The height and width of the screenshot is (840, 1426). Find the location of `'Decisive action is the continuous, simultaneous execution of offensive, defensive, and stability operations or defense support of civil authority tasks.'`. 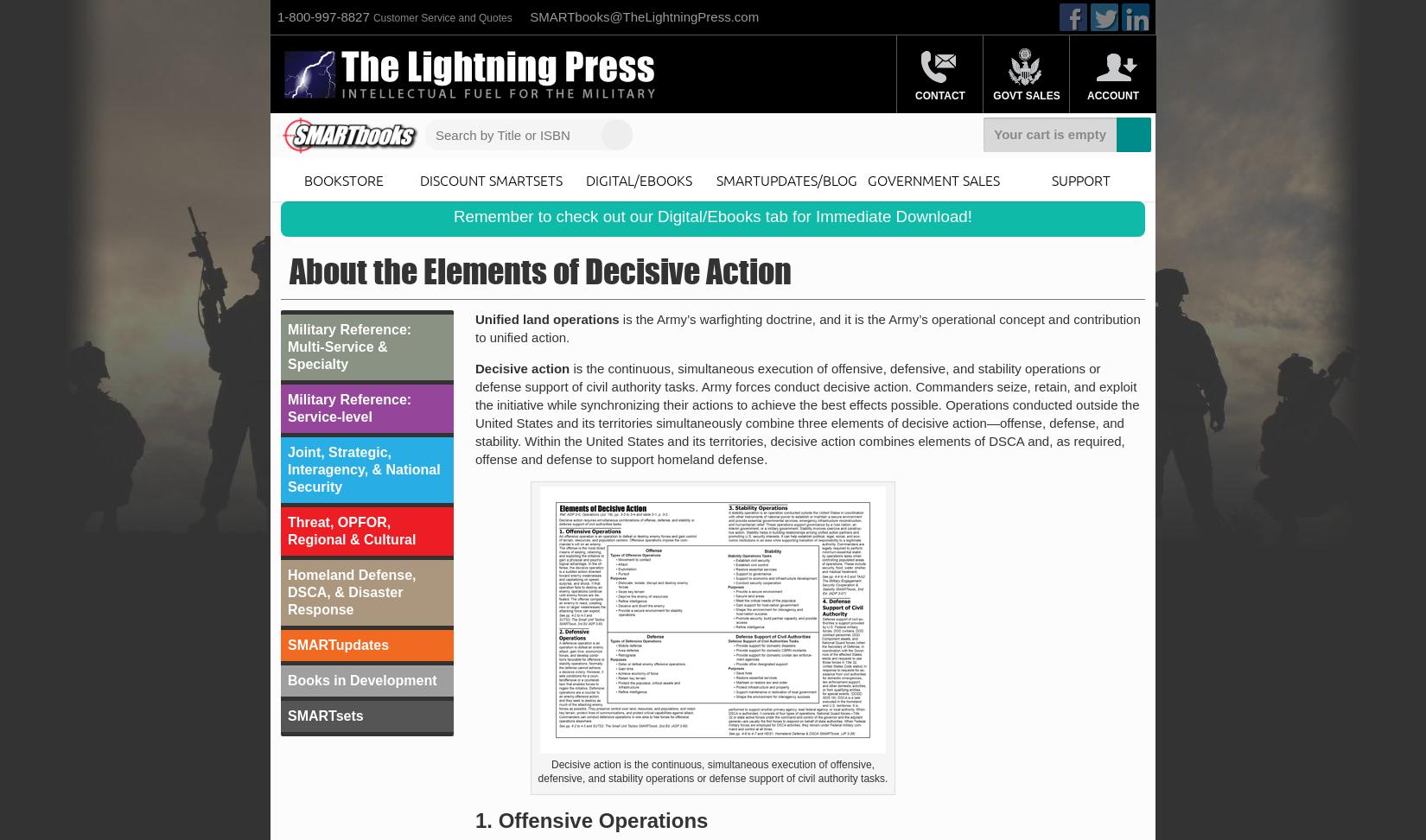

'Decisive action is the continuous, simultaneous execution of offensive, defensive, and stability operations or defense support of civil authority tasks.' is located at coordinates (711, 771).